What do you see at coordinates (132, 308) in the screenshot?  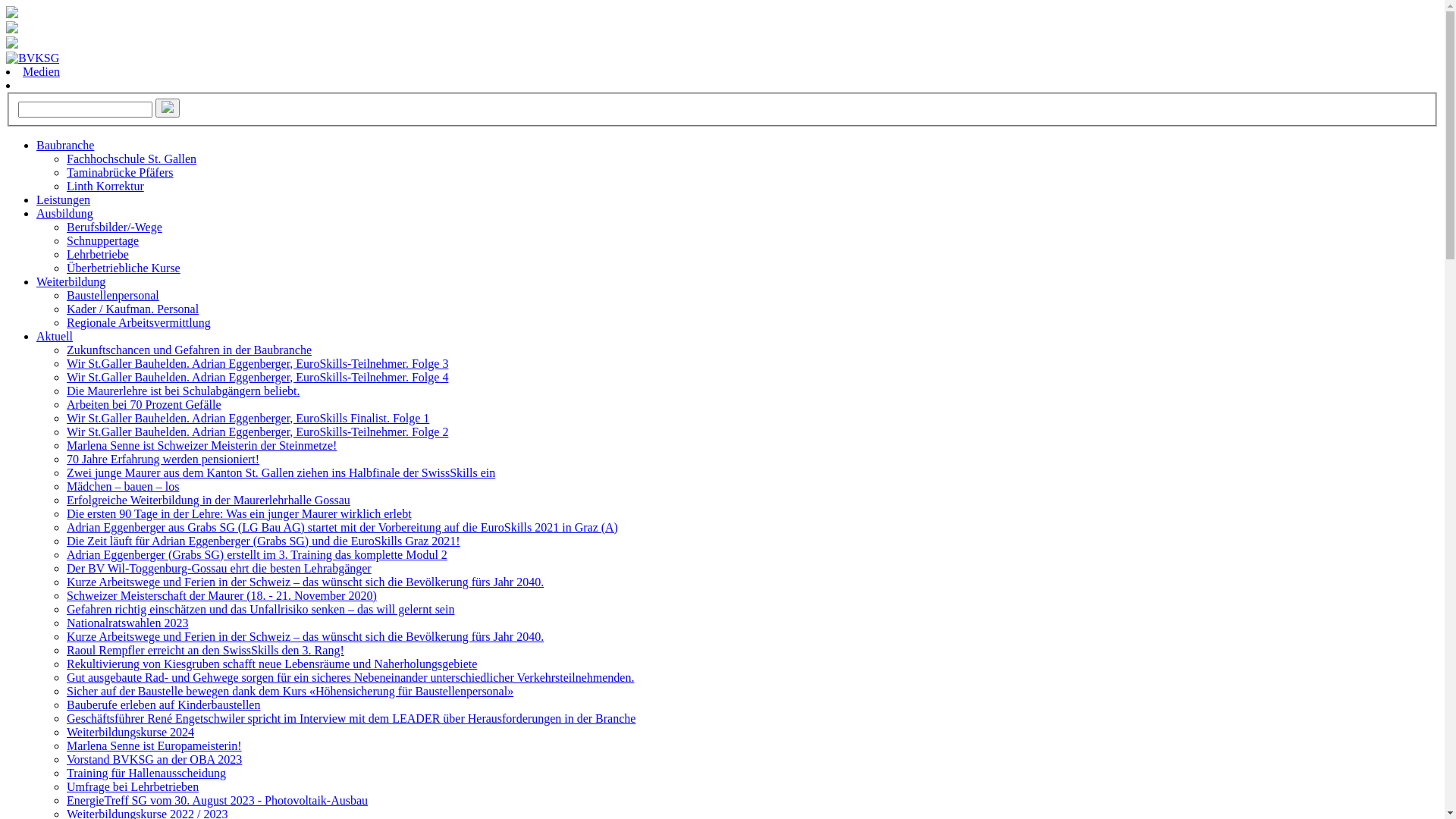 I see `'Kader / Kaufman. Personal'` at bounding box center [132, 308].